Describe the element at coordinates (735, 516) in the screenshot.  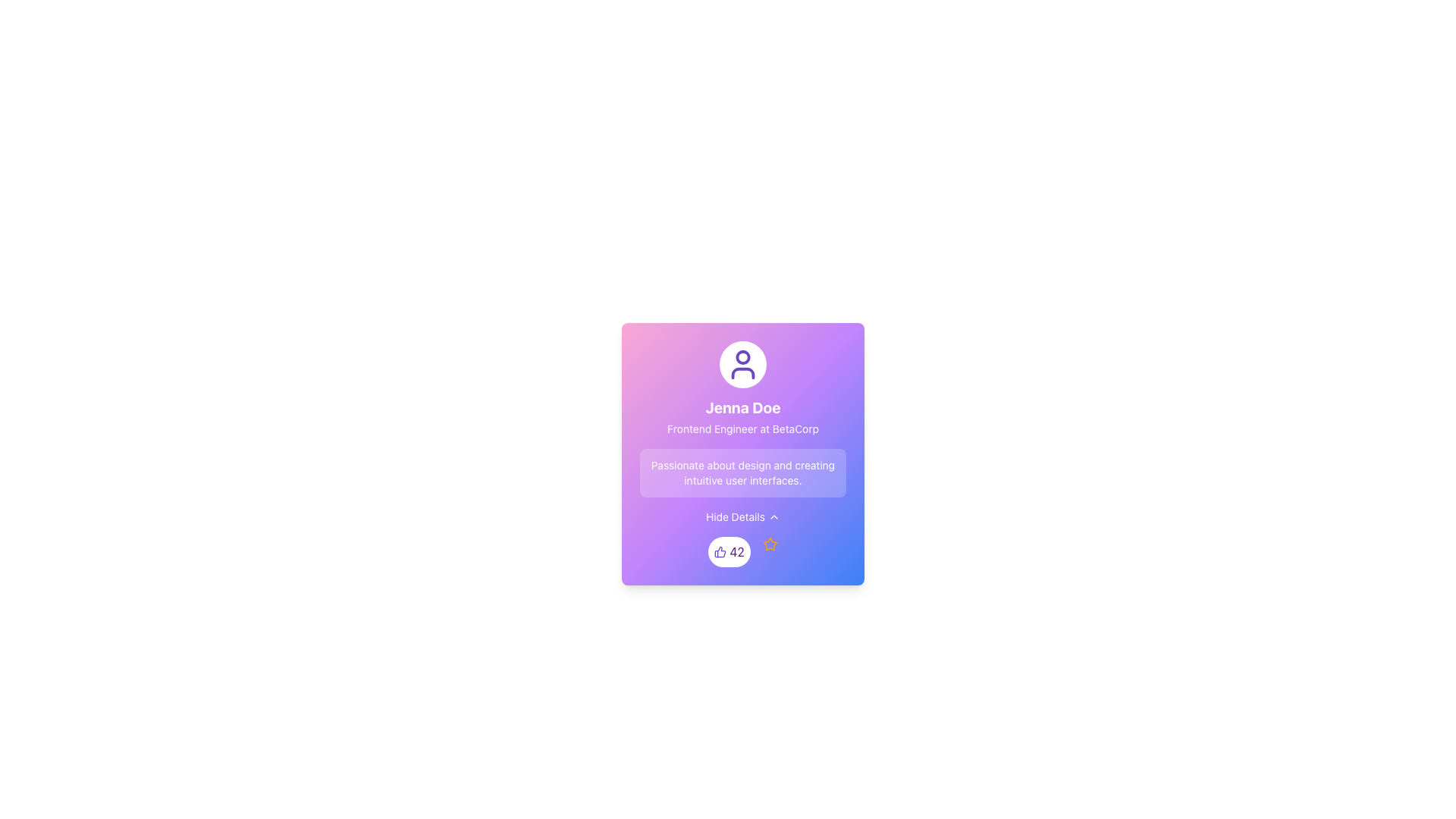
I see `the 'Hide Details' label, which is a modern sans-serif text label located at the lower-center portion of the card` at that location.